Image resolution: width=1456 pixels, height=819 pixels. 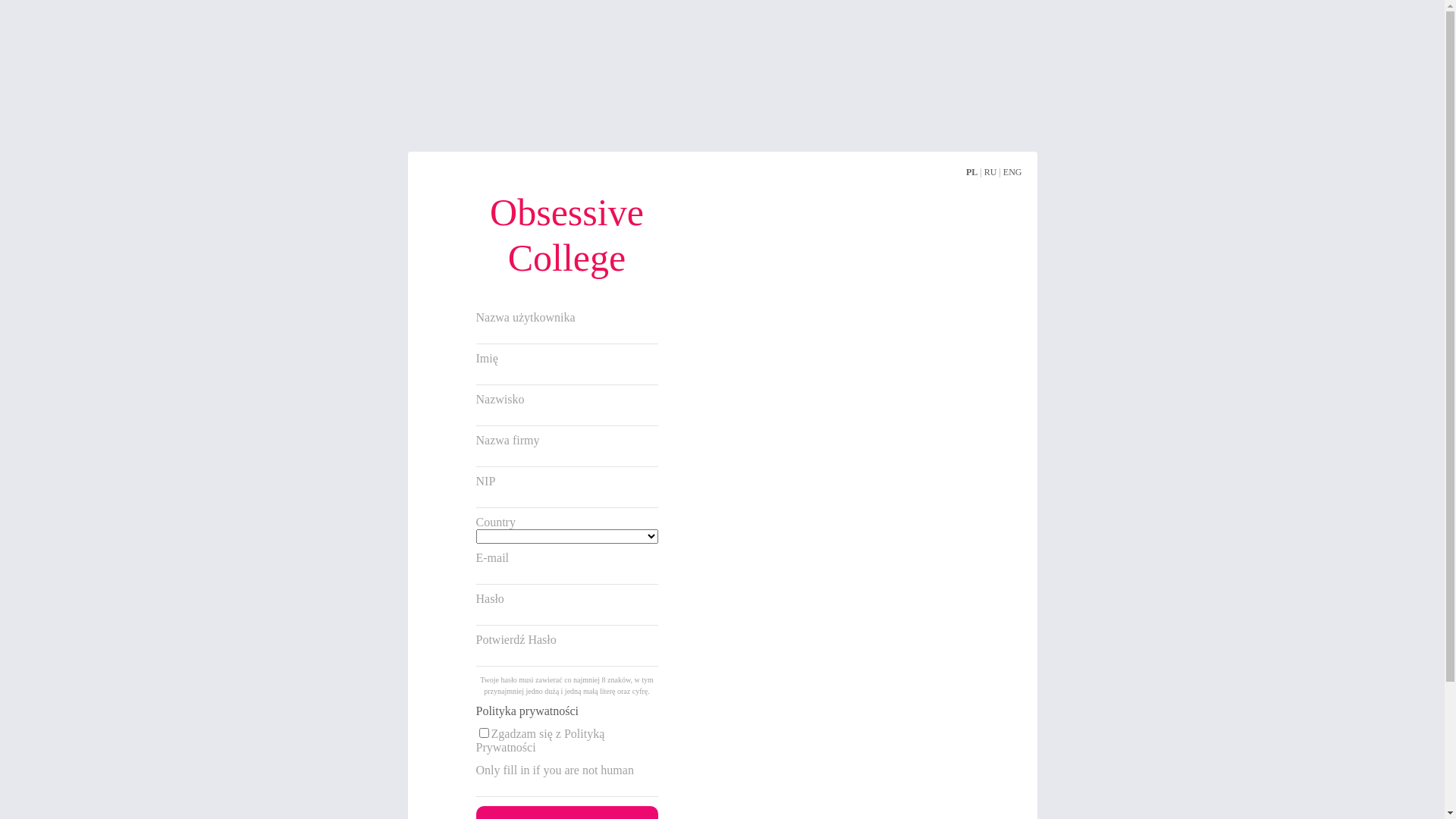 I want to click on 'ENG', so click(x=1012, y=171).